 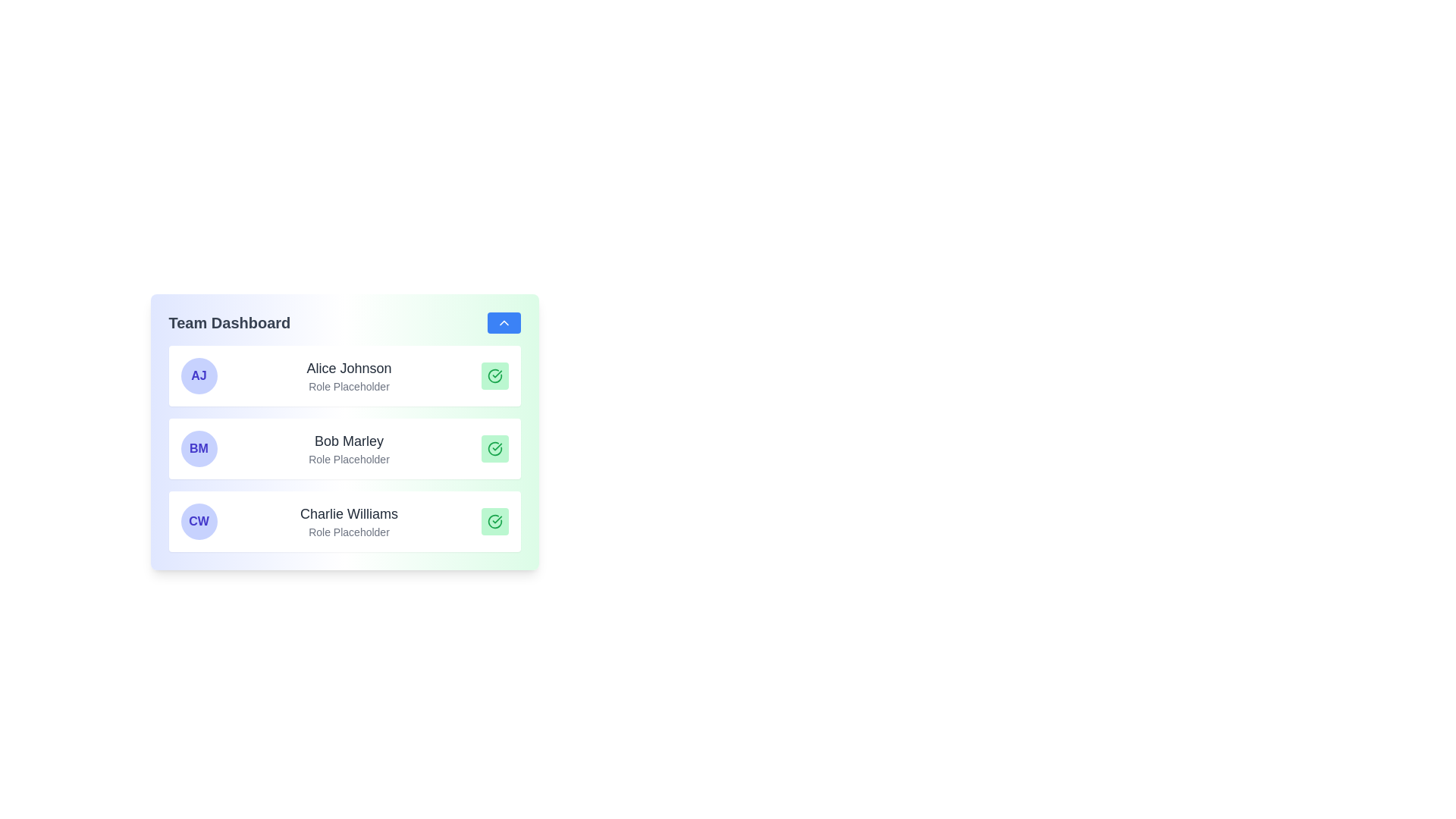 What do you see at coordinates (494, 447) in the screenshot?
I see `the green circular checkmark icon associated with user 'Bob Marley', which is the middle icon in a vertical list of similar icons` at bounding box center [494, 447].